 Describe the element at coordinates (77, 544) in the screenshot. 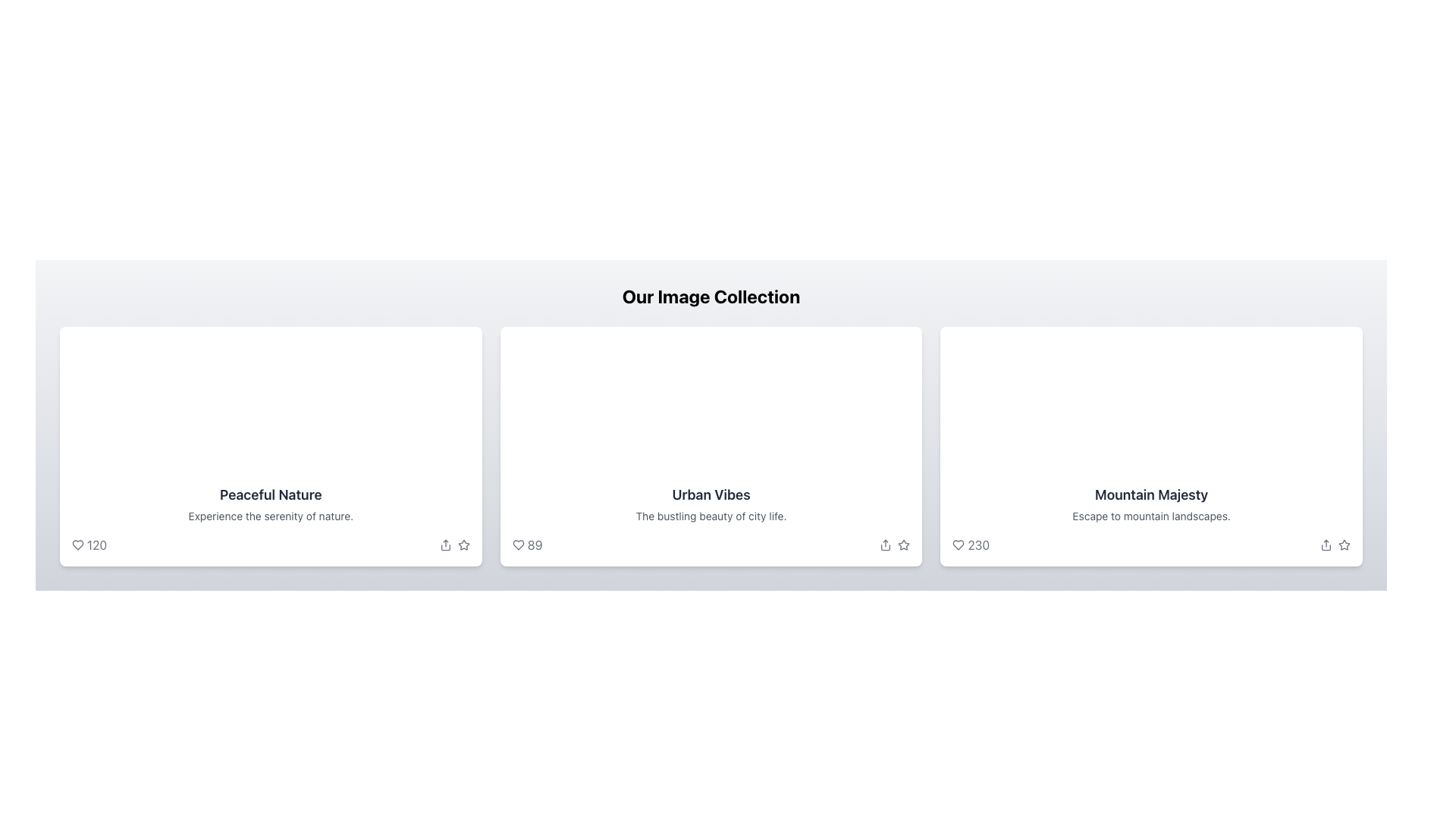

I see `the heart-shaped icon indicating 'like' or 'favorite' within the 'Peaceful Nature' card, located at the bottom-left corner of the card` at that location.